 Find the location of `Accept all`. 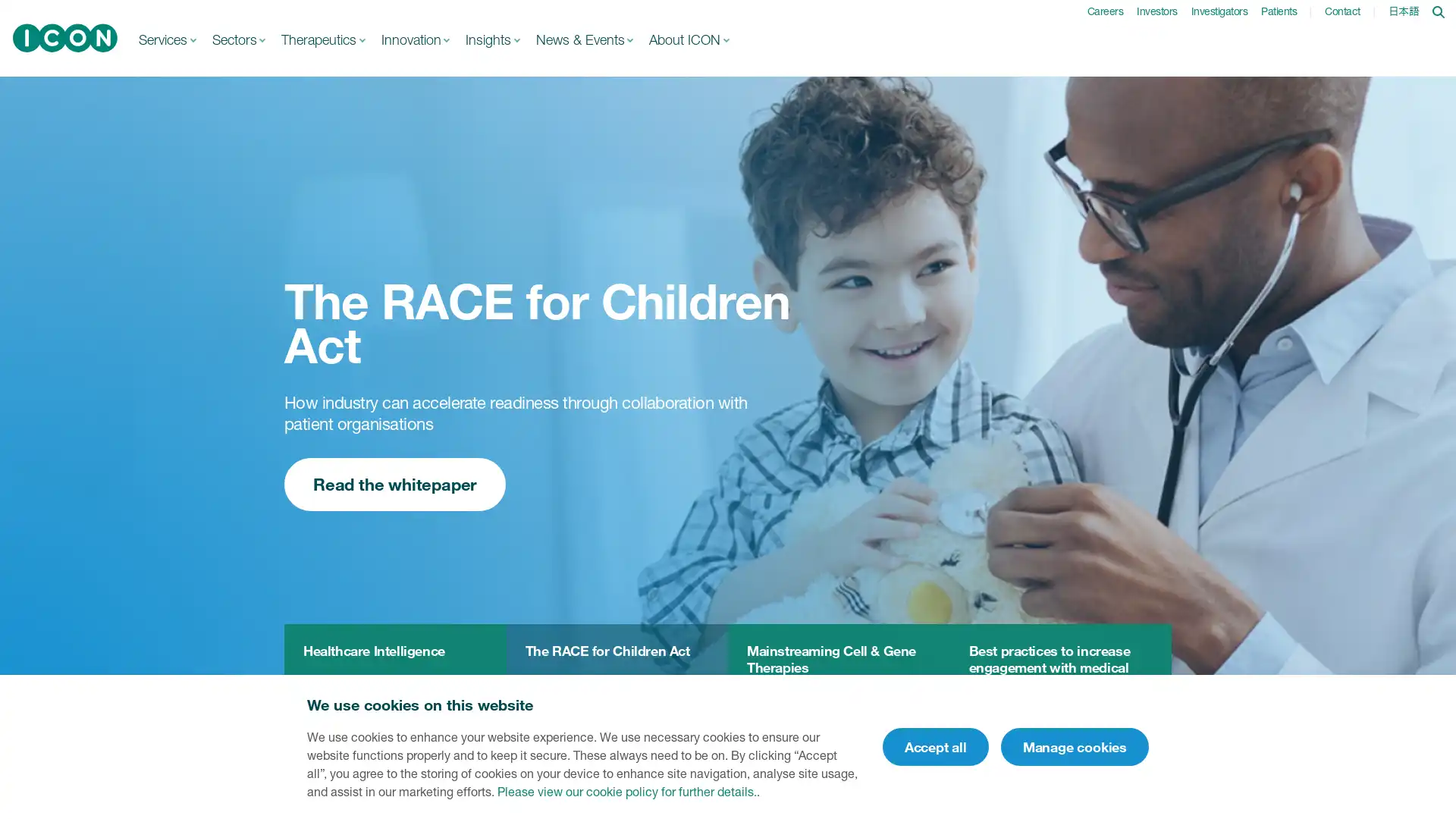

Accept all is located at coordinates (934, 745).